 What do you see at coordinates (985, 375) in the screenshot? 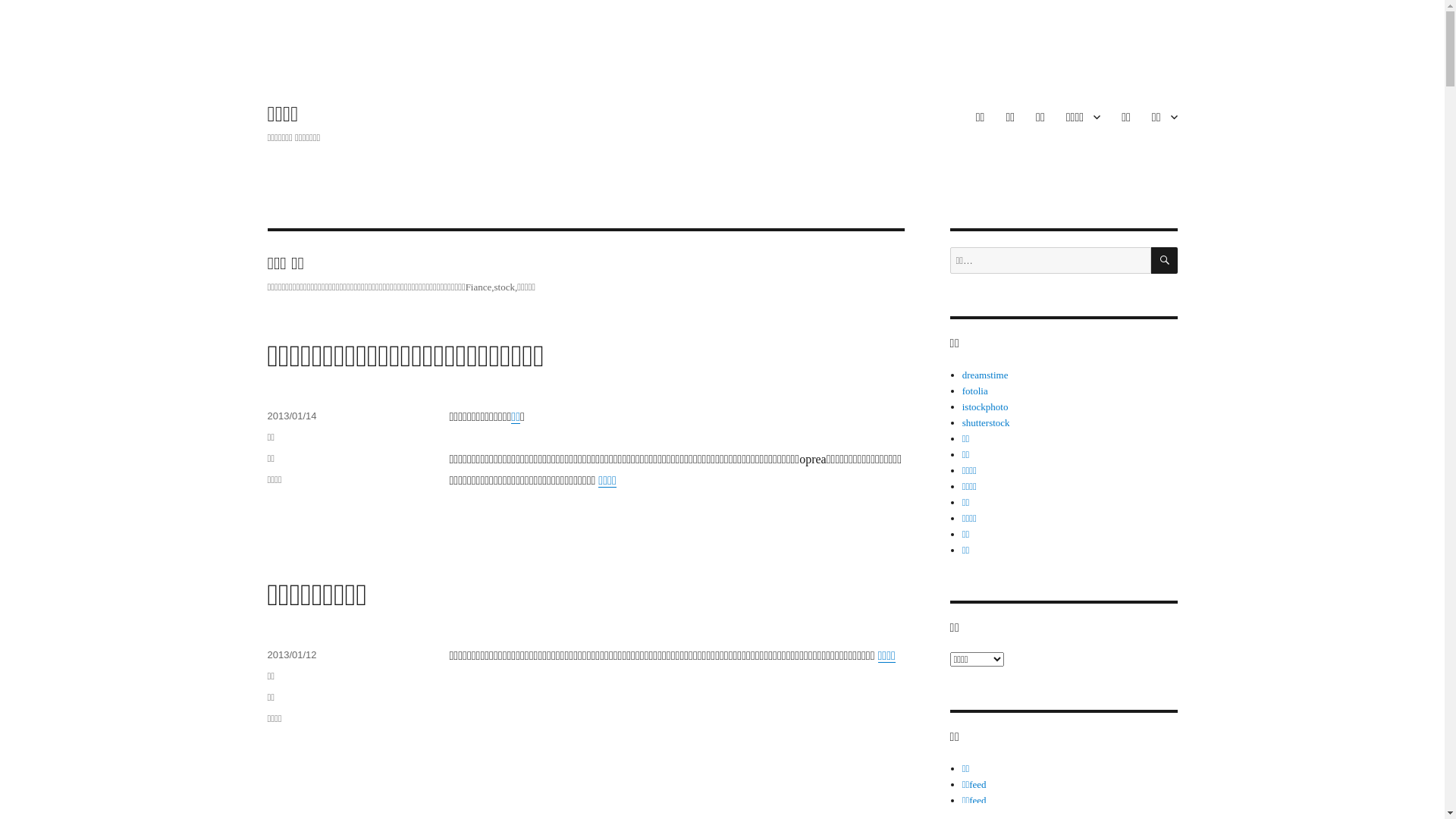
I see `'dreamstime'` at bounding box center [985, 375].